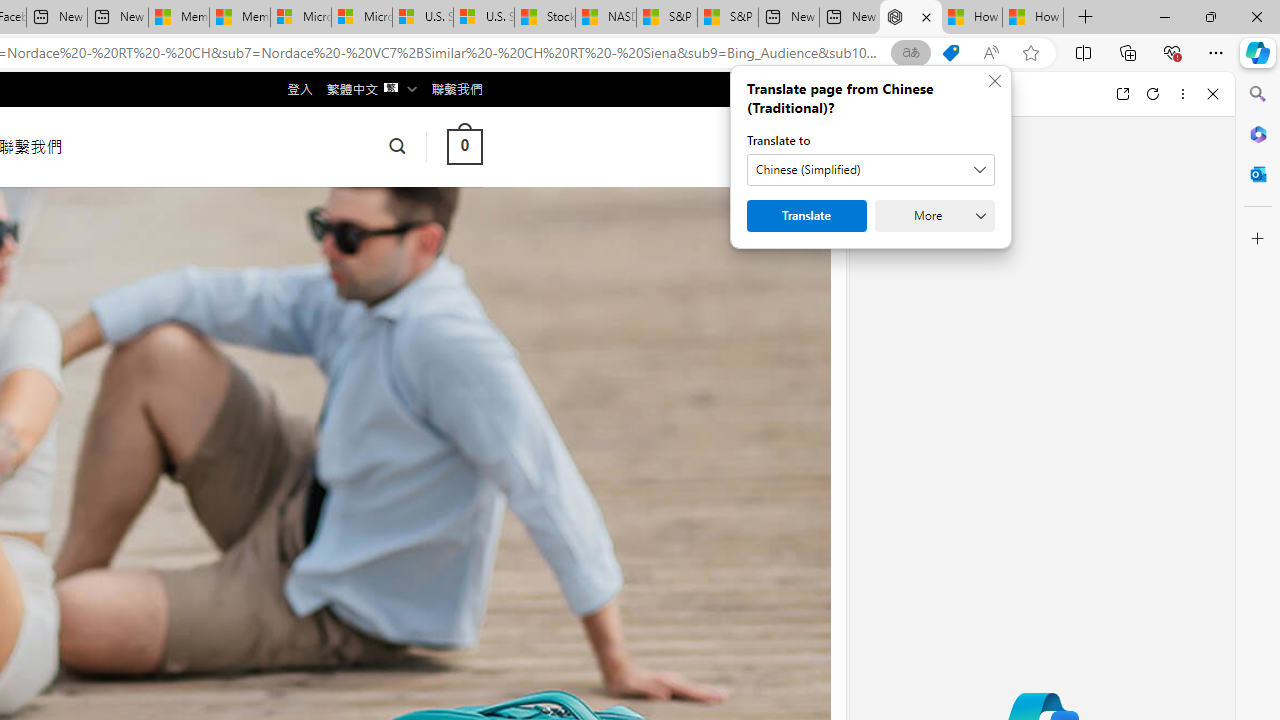 The image size is (1280, 720). What do you see at coordinates (807, 216) in the screenshot?
I see `'Translate'` at bounding box center [807, 216].